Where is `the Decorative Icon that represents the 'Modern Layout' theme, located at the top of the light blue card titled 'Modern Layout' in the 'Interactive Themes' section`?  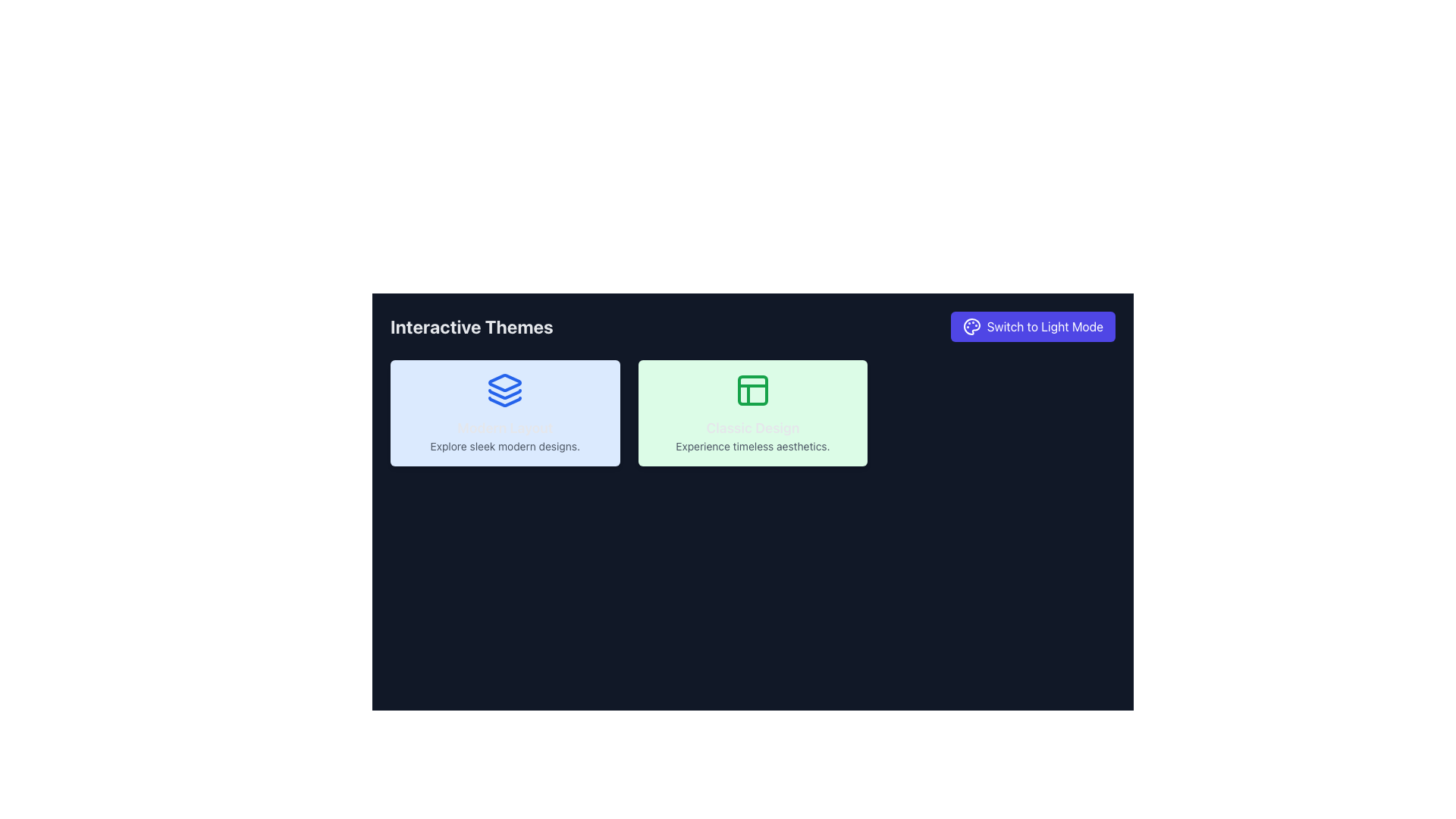 the Decorative Icon that represents the 'Modern Layout' theme, located at the top of the light blue card titled 'Modern Layout' in the 'Interactive Themes' section is located at coordinates (505, 390).